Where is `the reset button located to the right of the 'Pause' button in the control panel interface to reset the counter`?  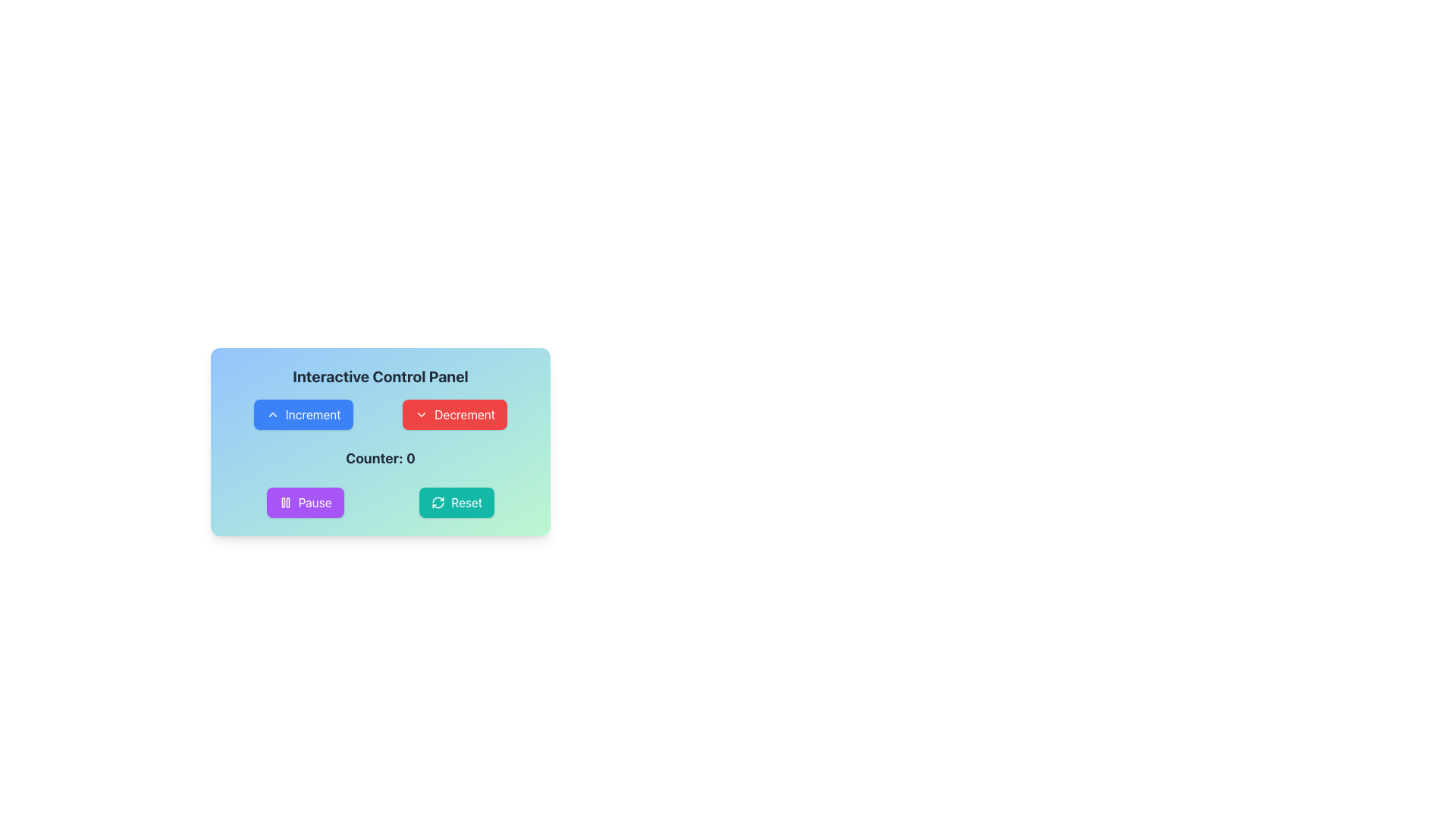
the reset button located to the right of the 'Pause' button in the control panel interface to reset the counter is located at coordinates (456, 503).